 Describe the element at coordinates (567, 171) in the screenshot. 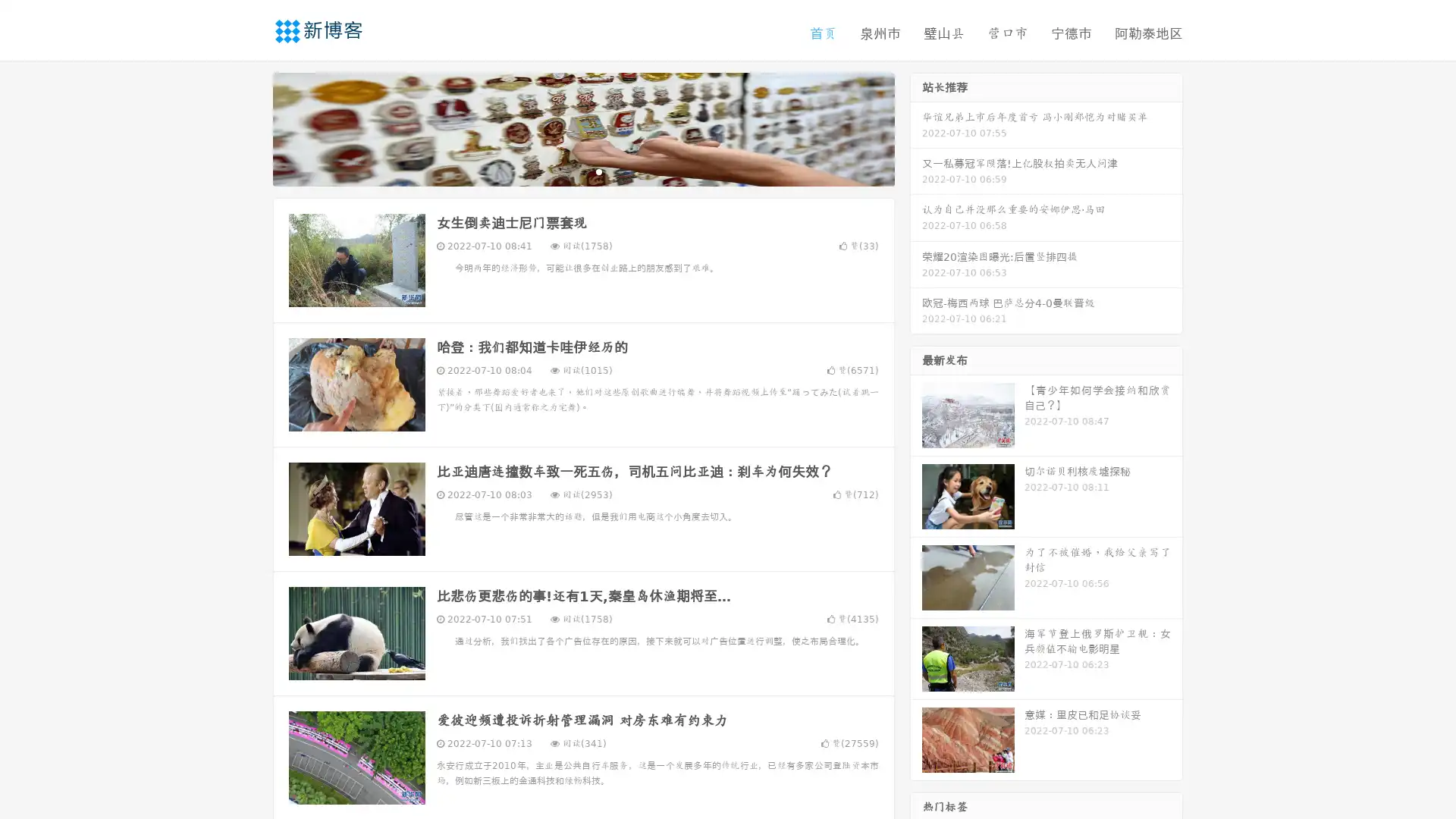

I see `Go to slide 1` at that location.